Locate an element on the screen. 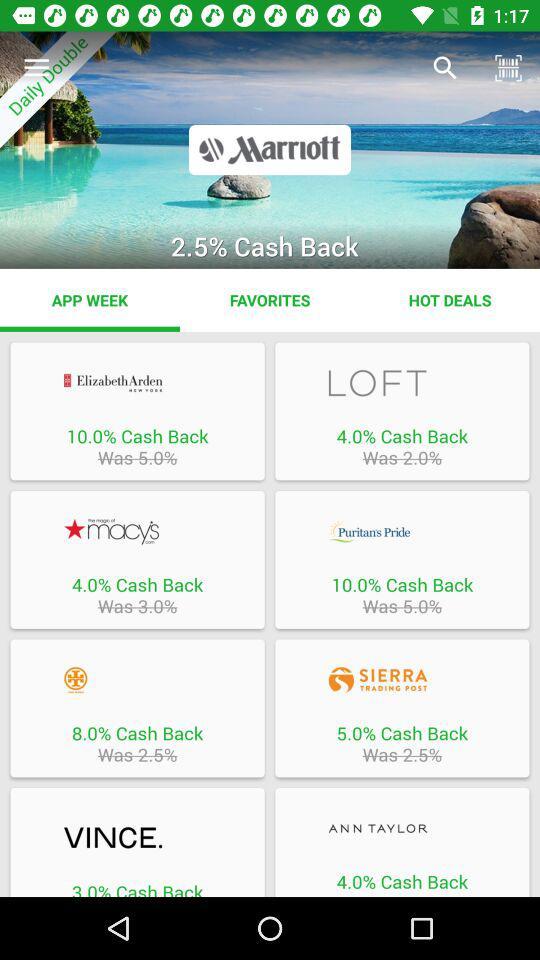  access site is located at coordinates (402, 530).